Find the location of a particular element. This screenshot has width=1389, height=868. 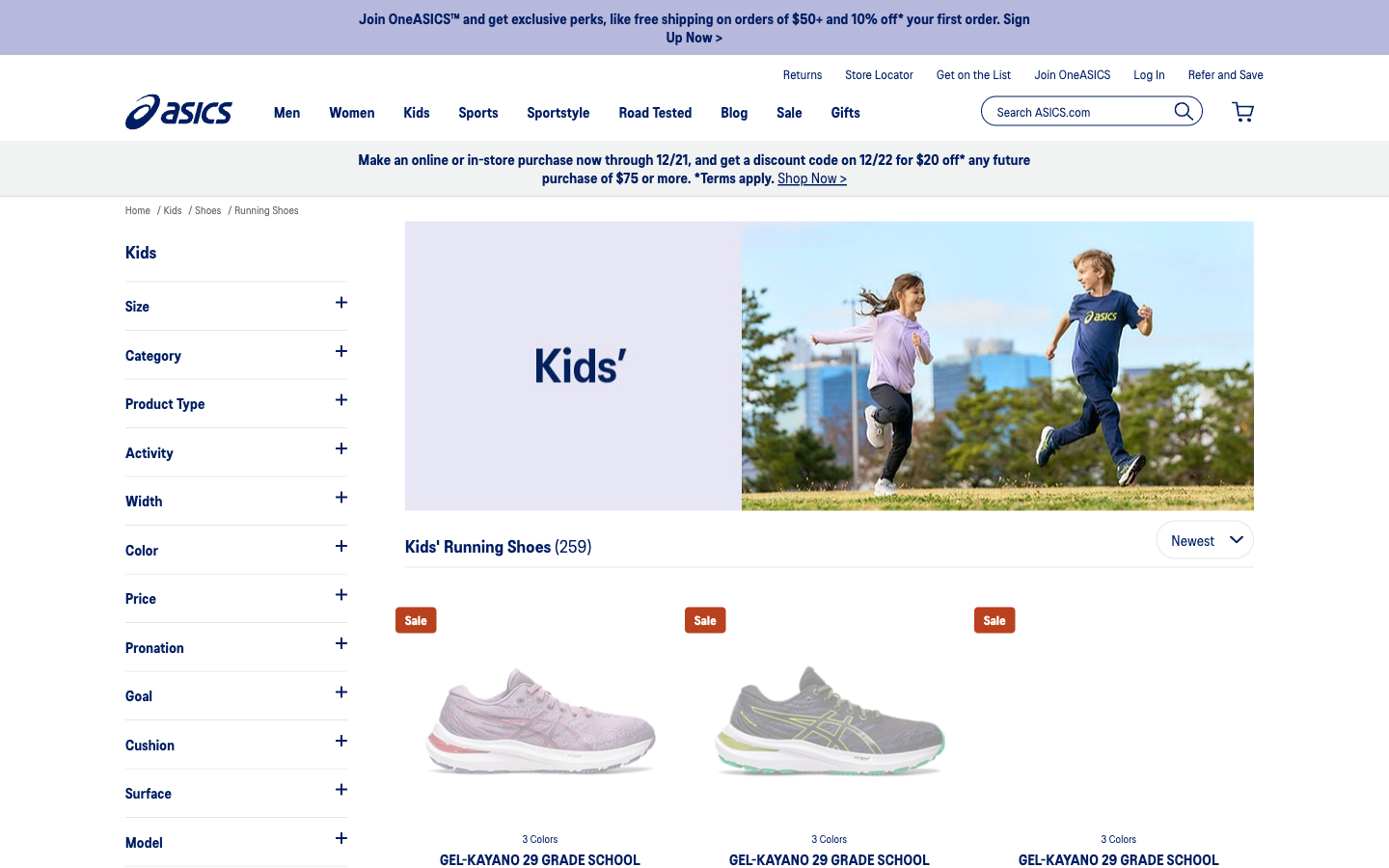

Switch search from kid"s shoes to men"s shoes is located at coordinates (286, 112).